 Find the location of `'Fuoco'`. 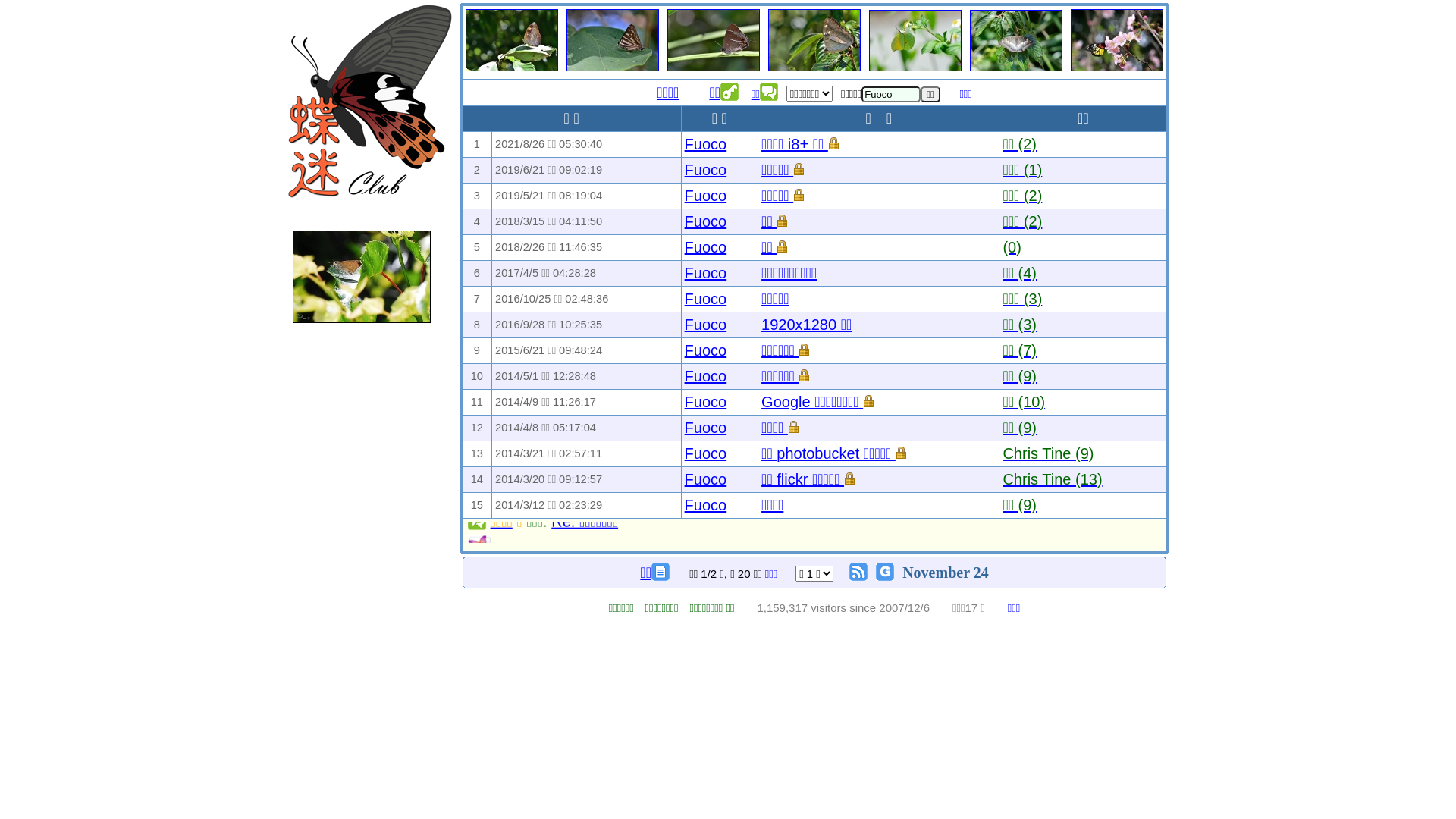

'Fuoco' is located at coordinates (705, 350).